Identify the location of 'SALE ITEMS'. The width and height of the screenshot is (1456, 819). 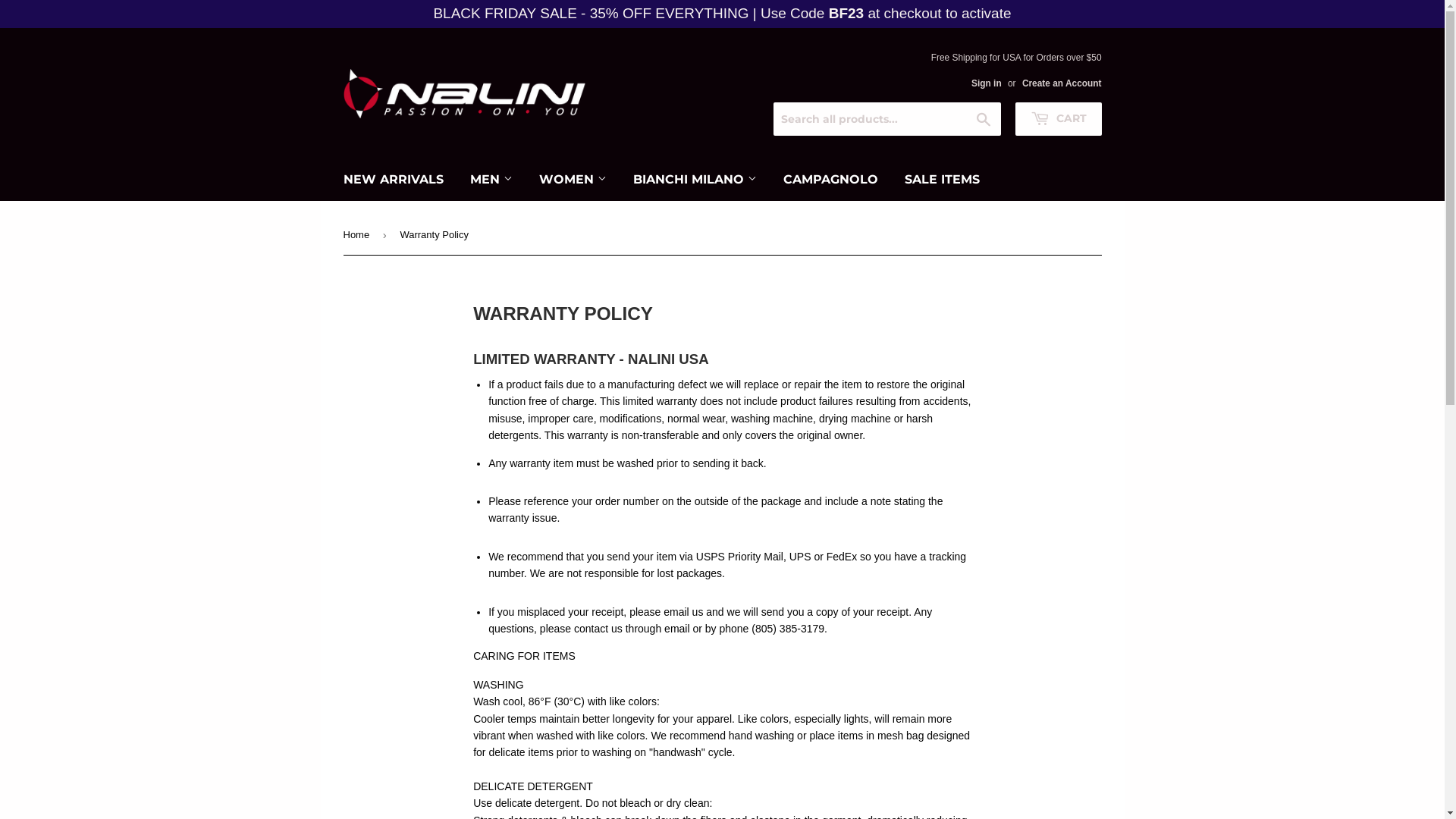
(893, 178).